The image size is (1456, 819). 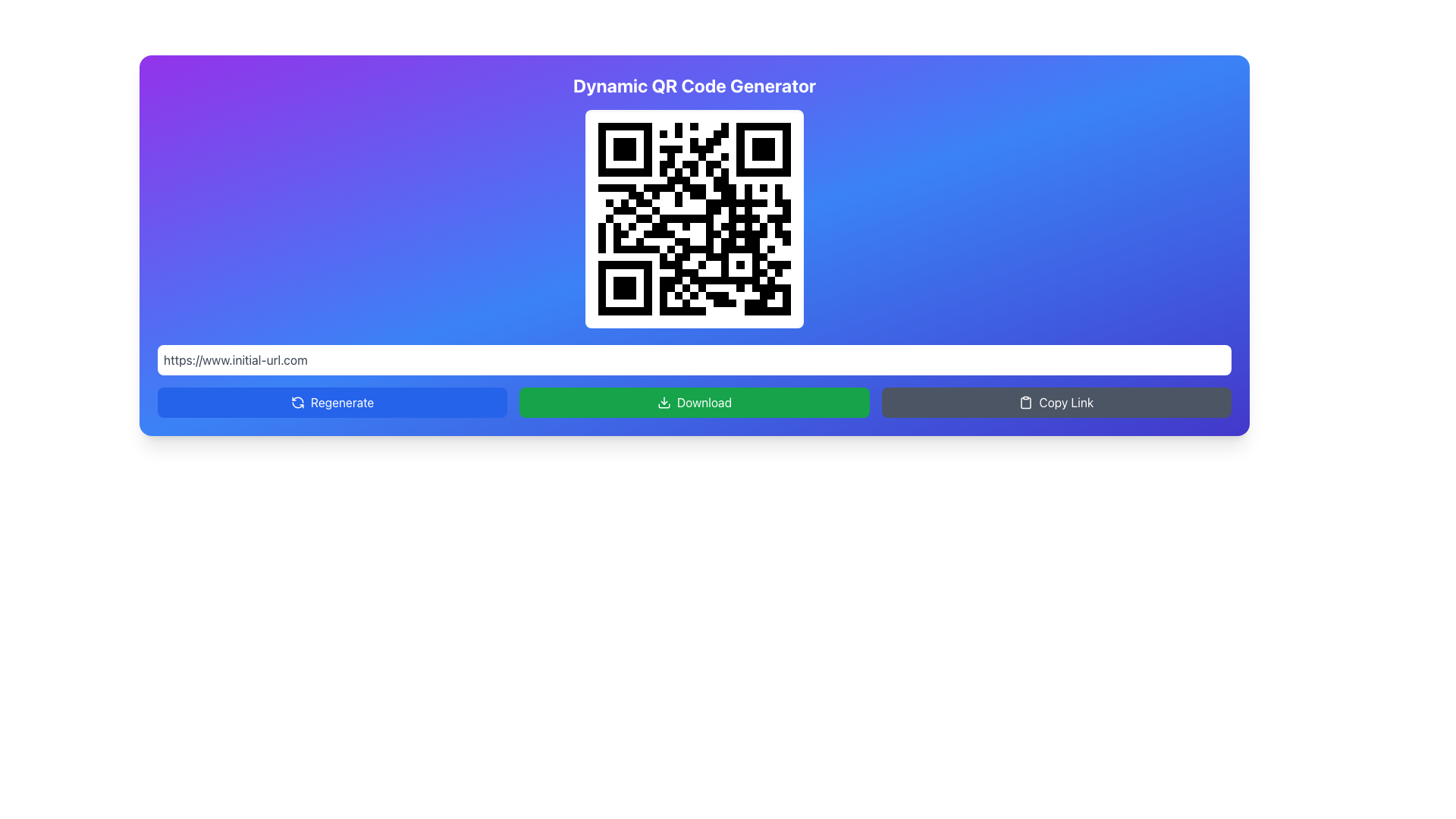 I want to click on the header text 'Dynamic QR Code Generator', which is prominently styled in bold white against a gradient background, positioned at the top of the interface, so click(x=694, y=85).